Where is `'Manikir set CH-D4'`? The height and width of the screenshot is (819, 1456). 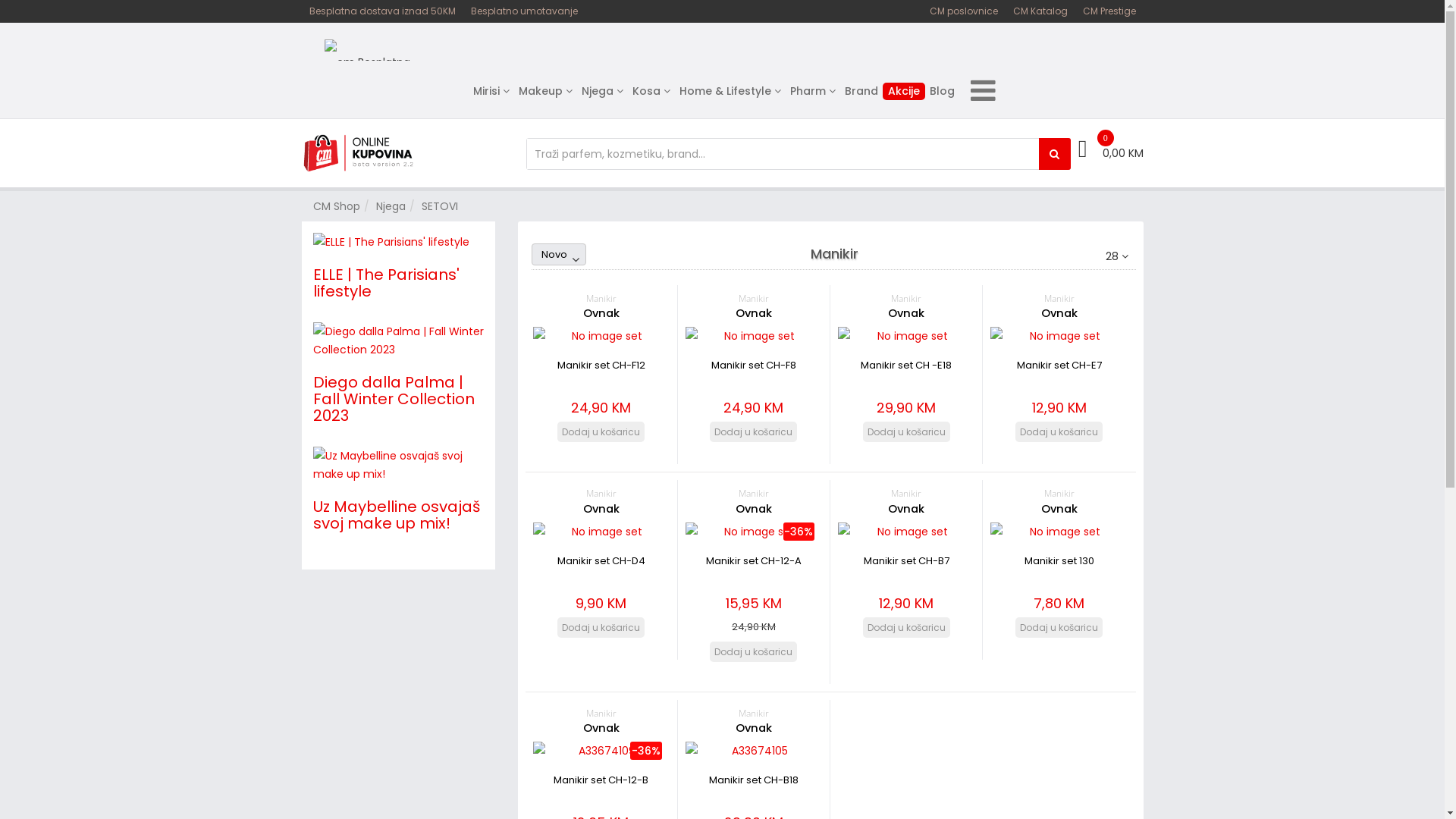 'Manikir set CH-D4' is located at coordinates (600, 531).